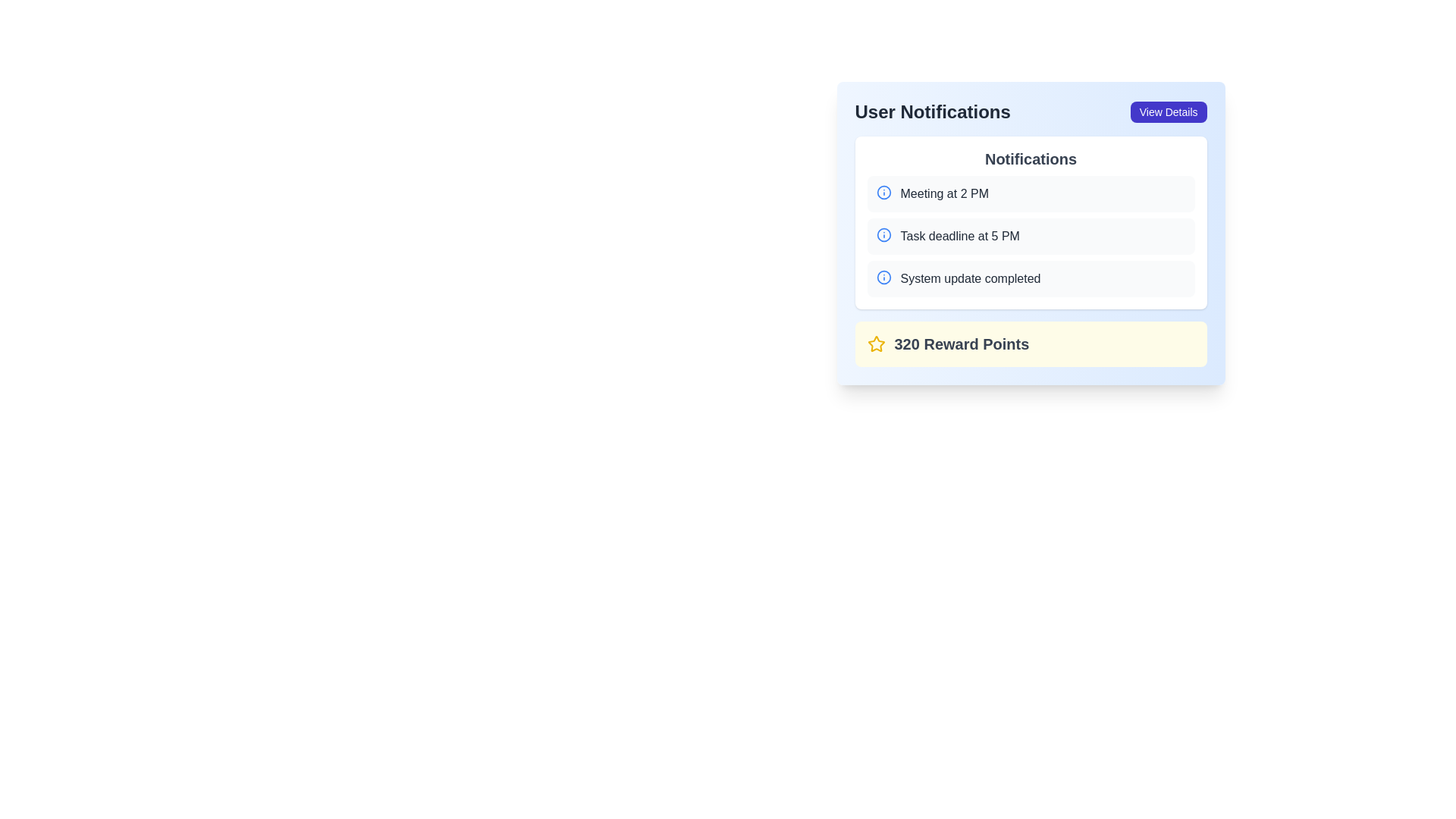  Describe the element at coordinates (1031, 237) in the screenshot. I see `the second notification card in the User Notifications section that informs about a task deadline scheduled for 5 PM` at that location.